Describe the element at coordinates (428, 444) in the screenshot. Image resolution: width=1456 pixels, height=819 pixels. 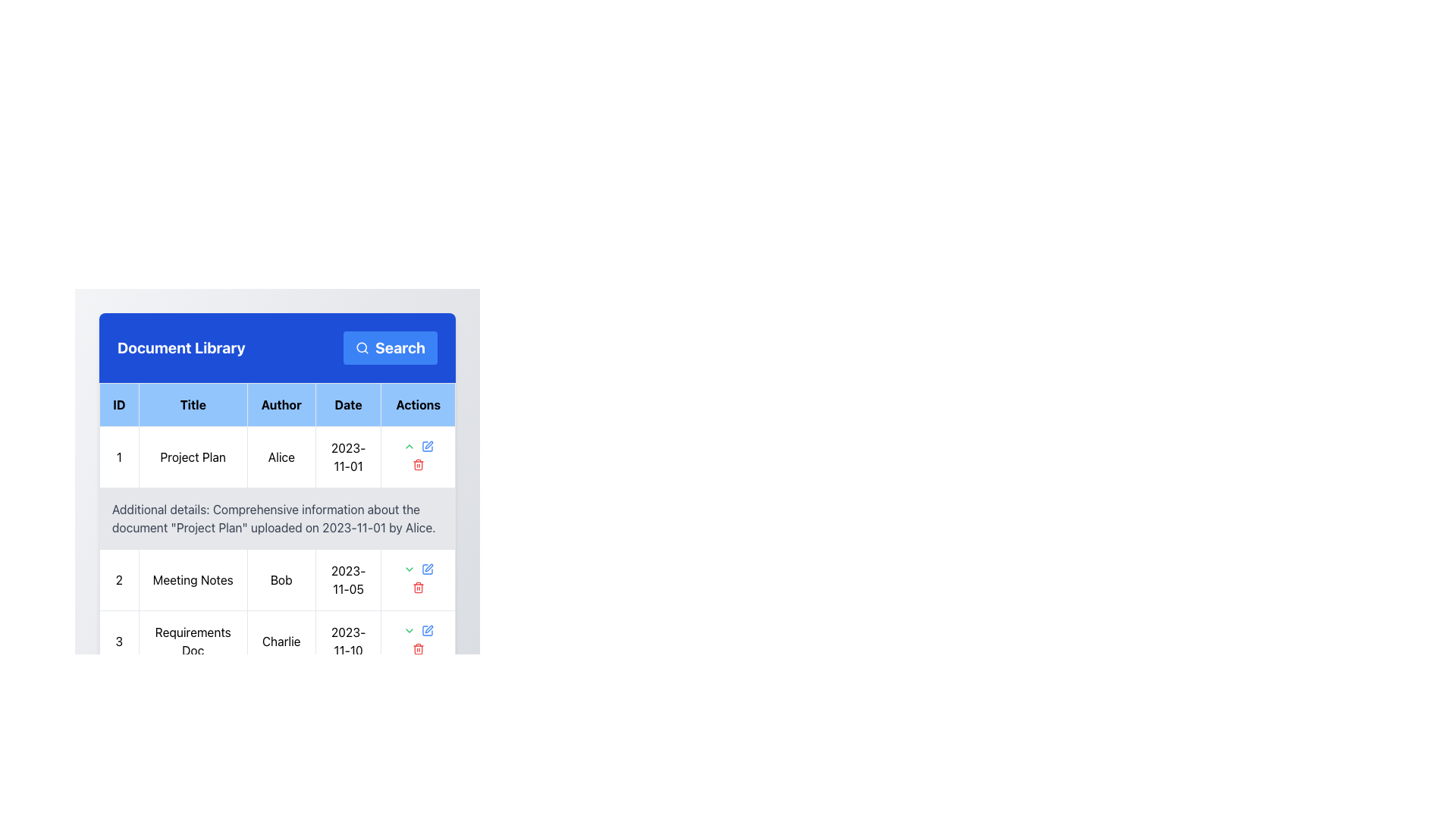
I see `the pen icon in the 'Actions' column of the second row in the 'Document Library' table` at that location.